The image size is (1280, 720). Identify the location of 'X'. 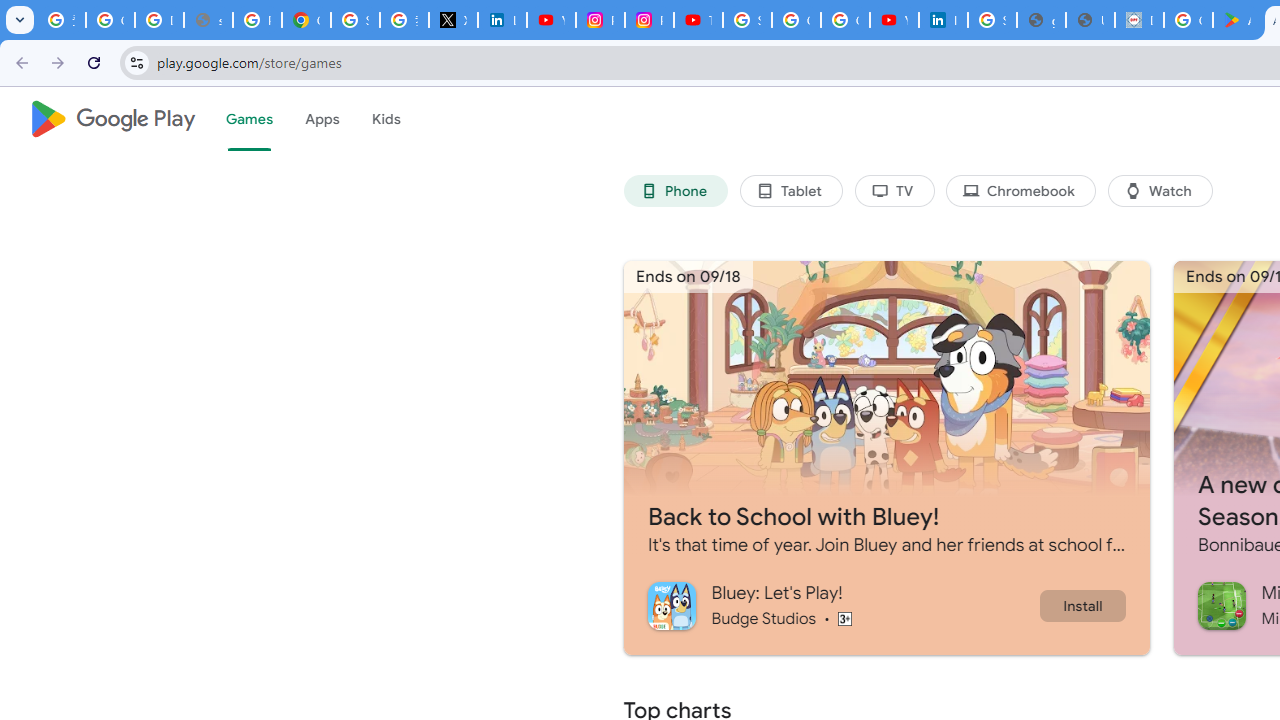
(452, 20).